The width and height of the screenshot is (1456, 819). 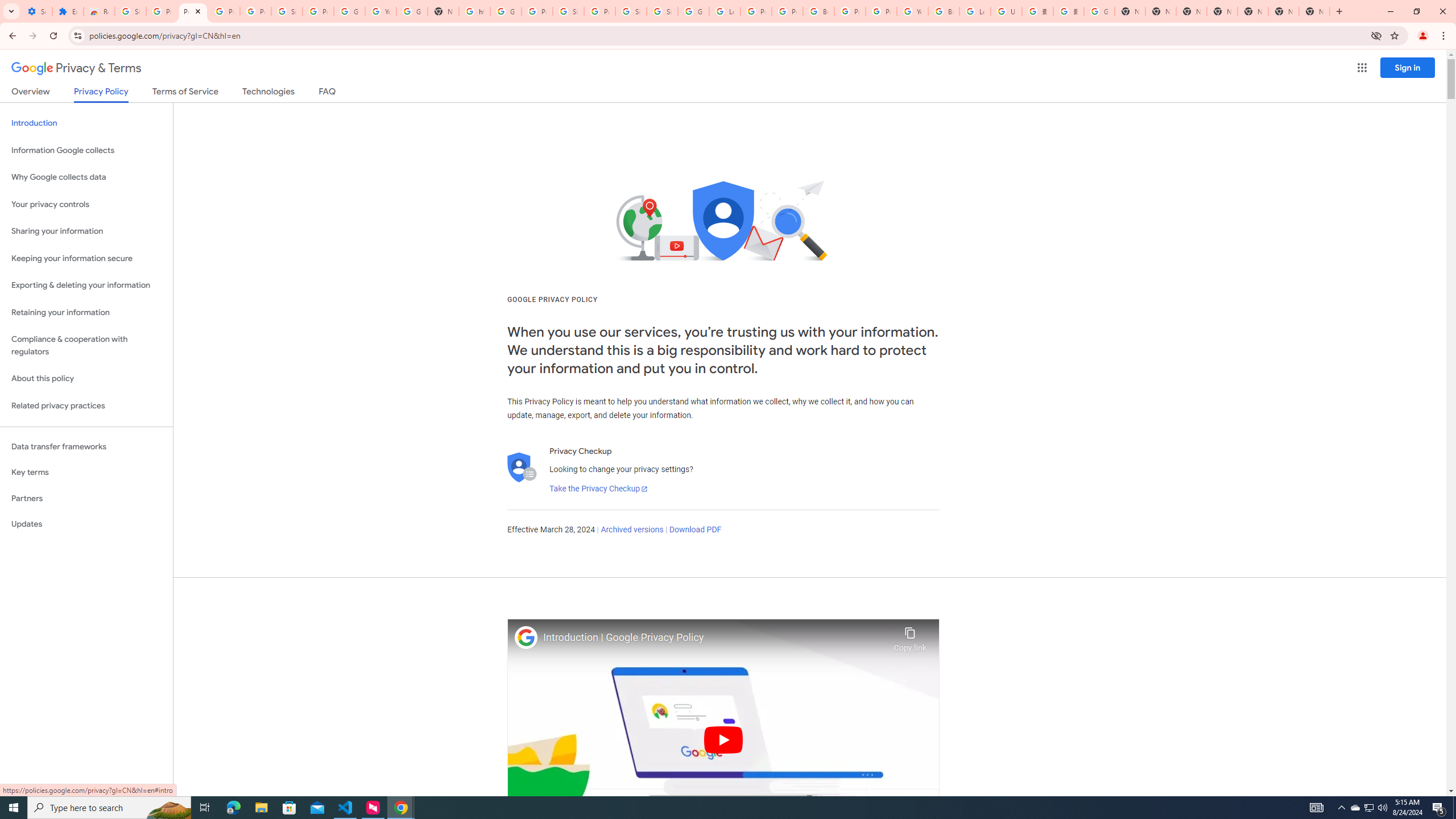 I want to click on 'Data transfer frameworks', so click(x=86, y=446).